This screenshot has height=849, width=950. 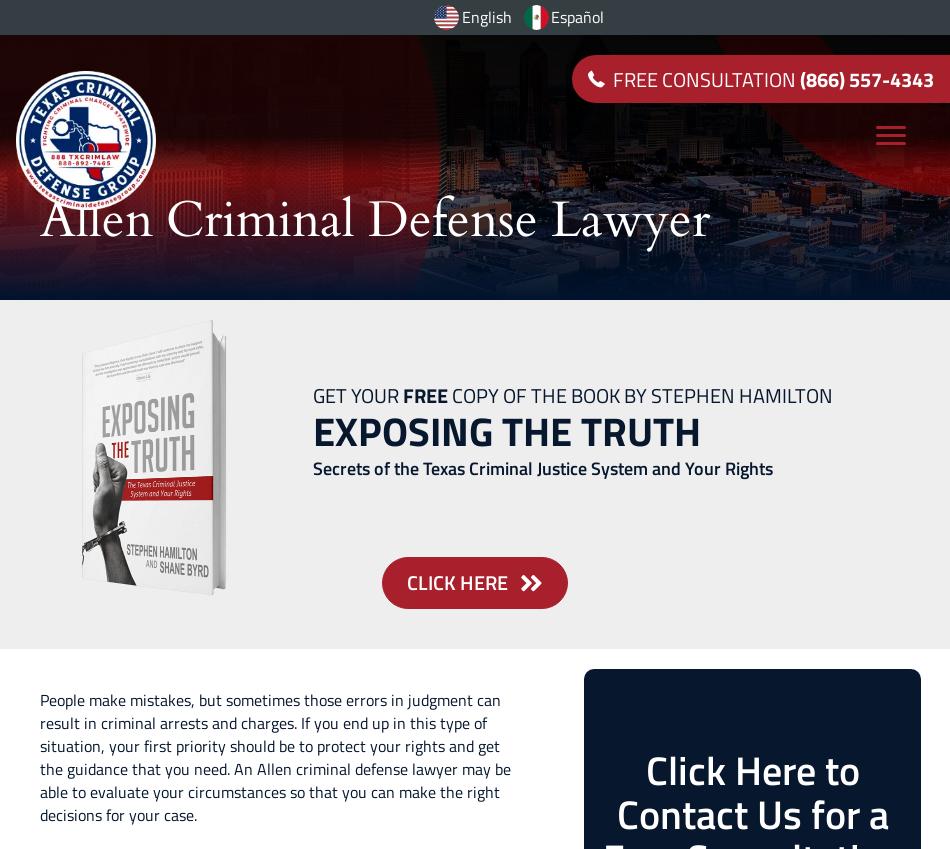 I want to click on 'FREE CONSULTATION', so click(x=706, y=78).